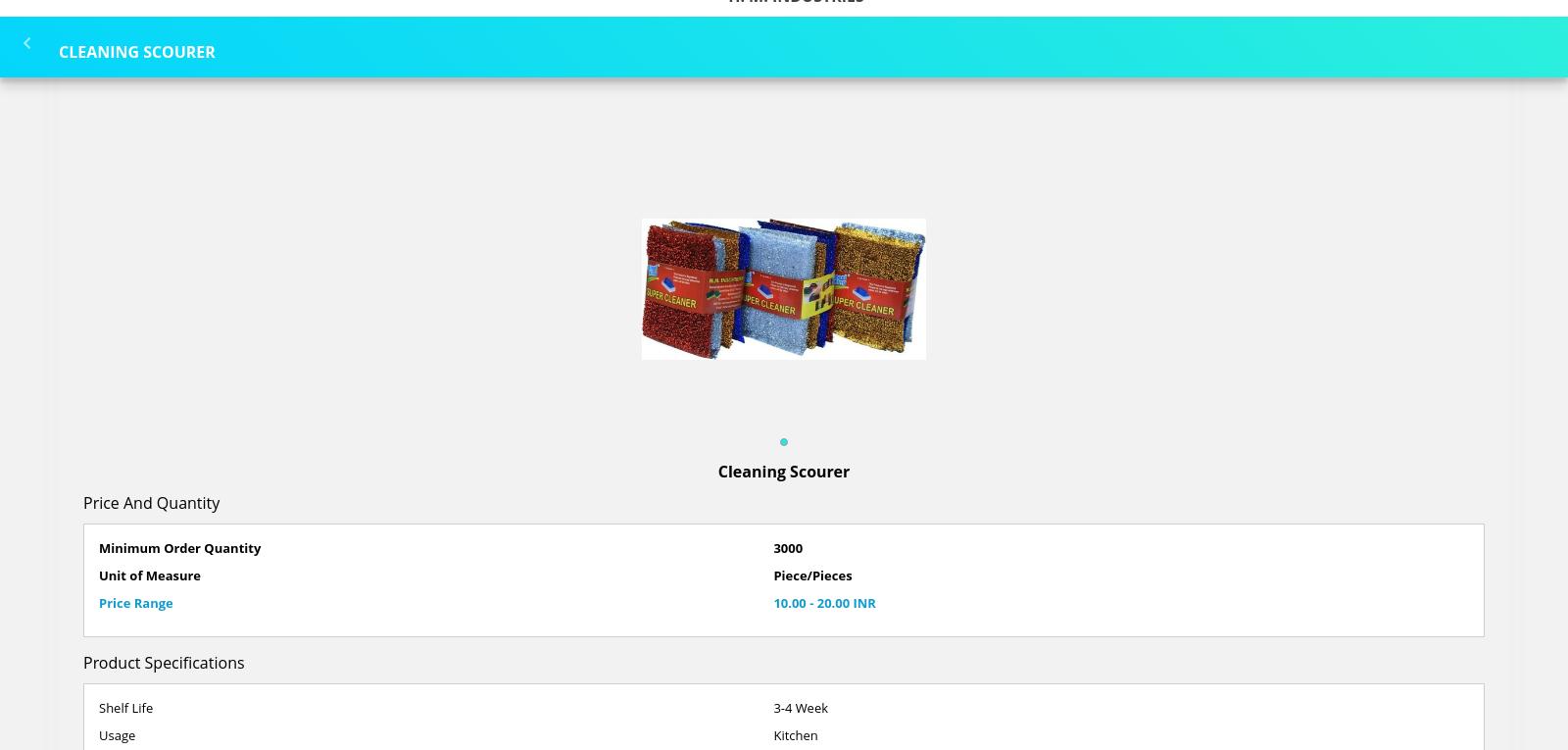 The width and height of the screenshot is (1568, 750). I want to click on 'Kitchen', so click(794, 735).